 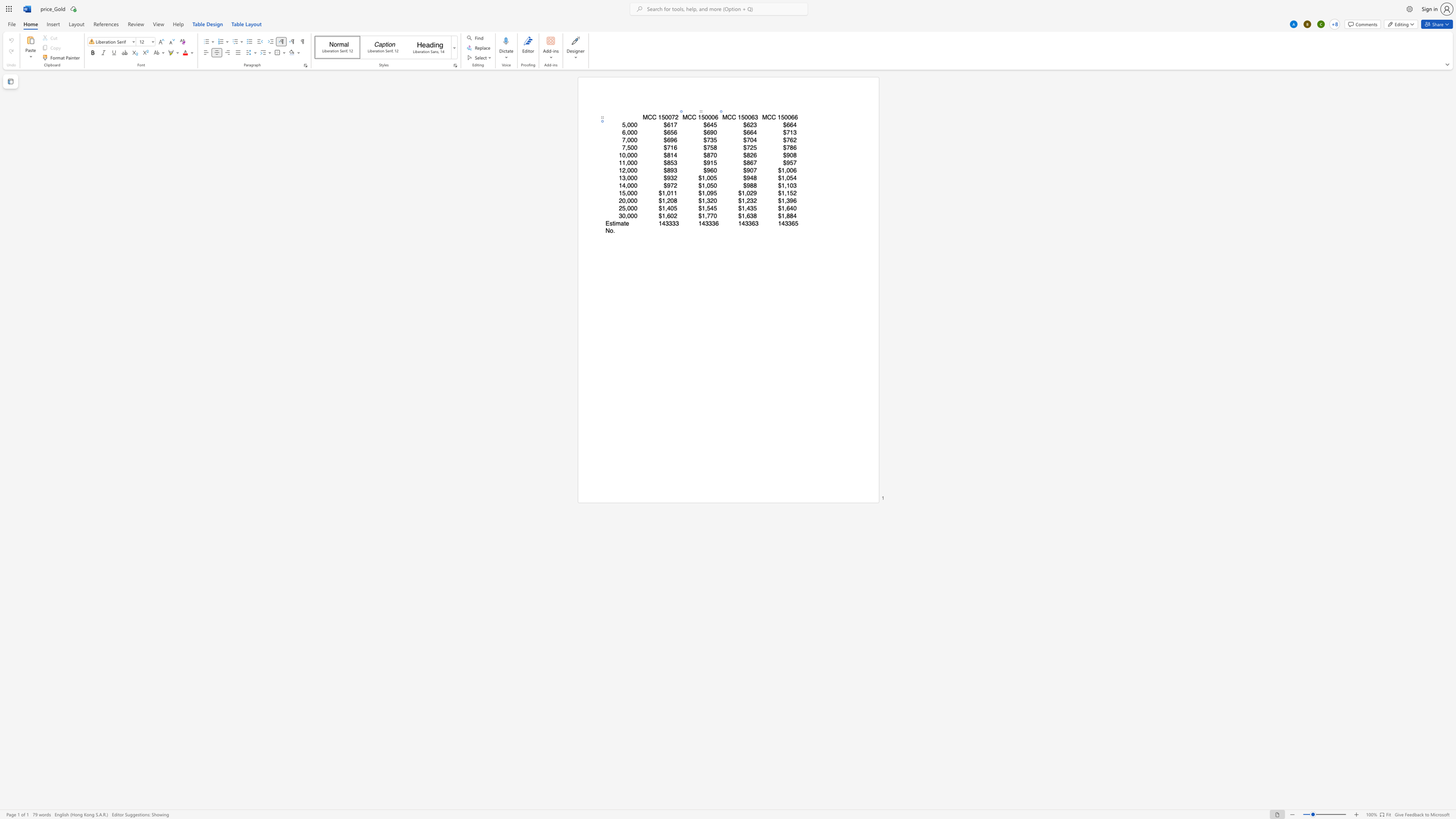 I want to click on the space between the continuous character "C" and "C" in the text, so click(x=771, y=117).